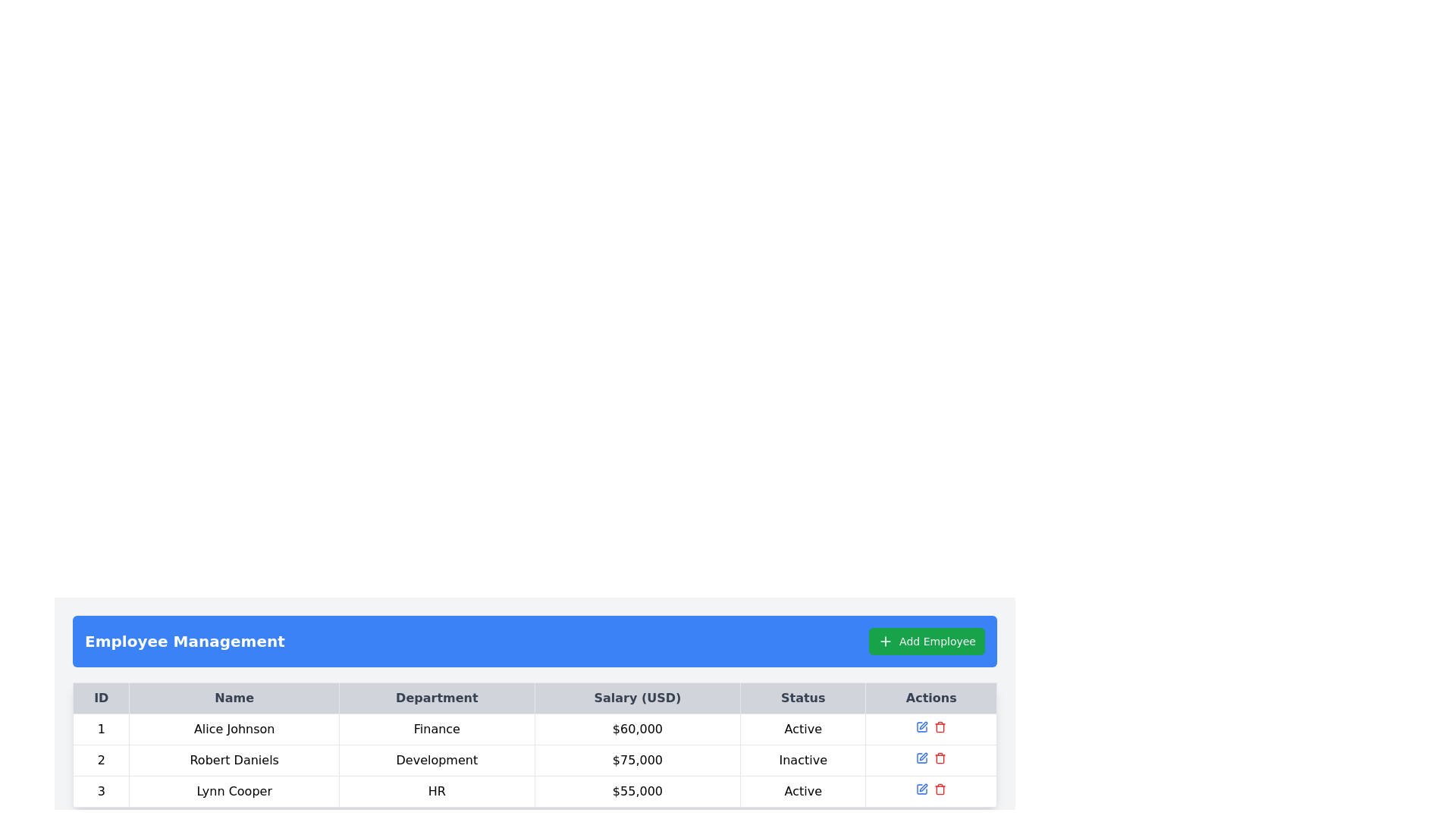  Describe the element at coordinates (939, 789) in the screenshot. I see `the delete button located in the 'Actions' column of the last row of the table` at that location.